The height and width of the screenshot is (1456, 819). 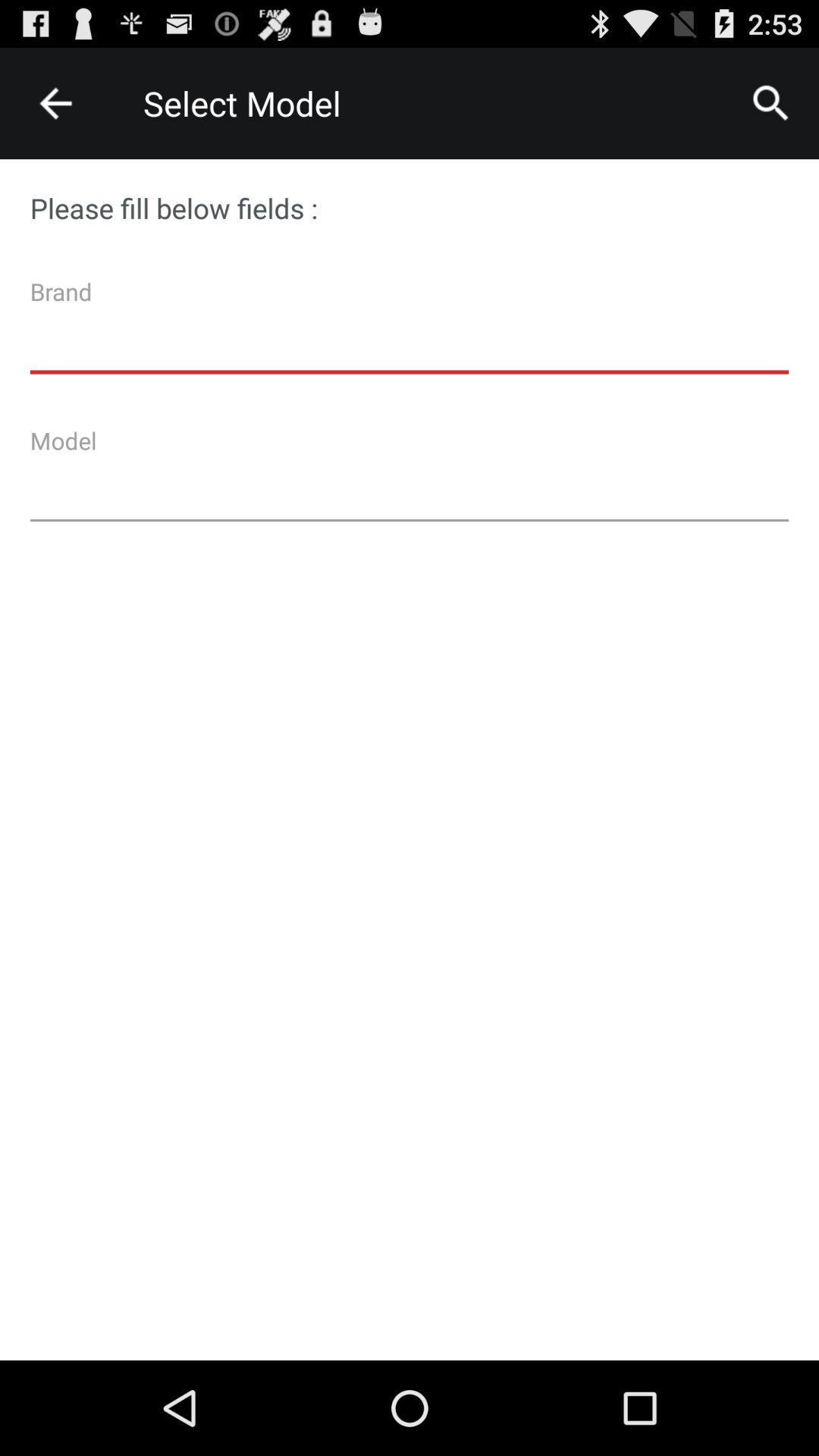 What do you see at coordinates (409, 479) in the screenshot?
I see `model space` at bounding box center [409, 479].